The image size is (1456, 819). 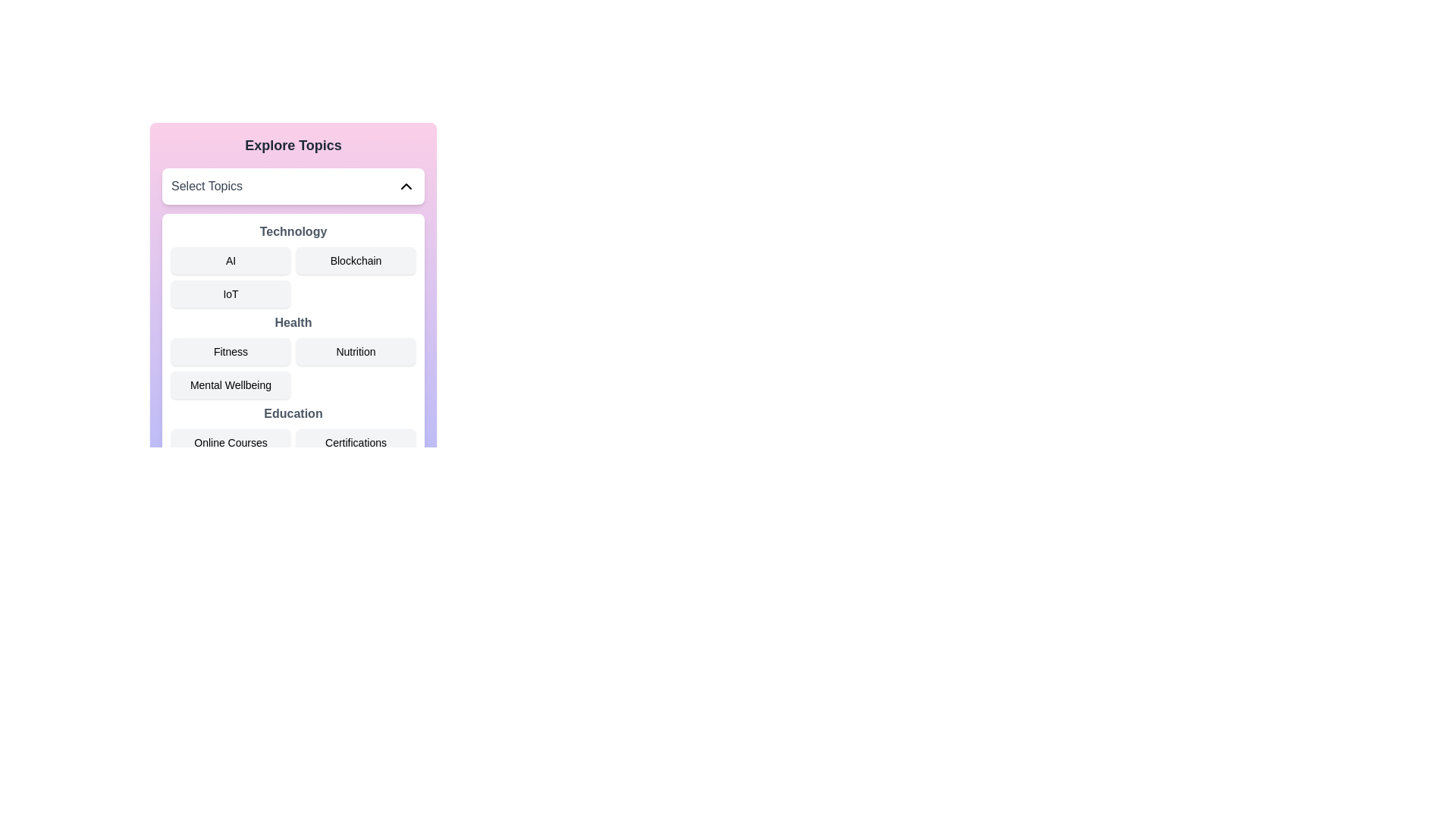 What do you see at coordinates (355, 442) in the screenshot?
I see `the 'Certifications' button located in the lower portion of the 'Education' section within the 'Explore Topics' panel` at bounding box center [355, 442].